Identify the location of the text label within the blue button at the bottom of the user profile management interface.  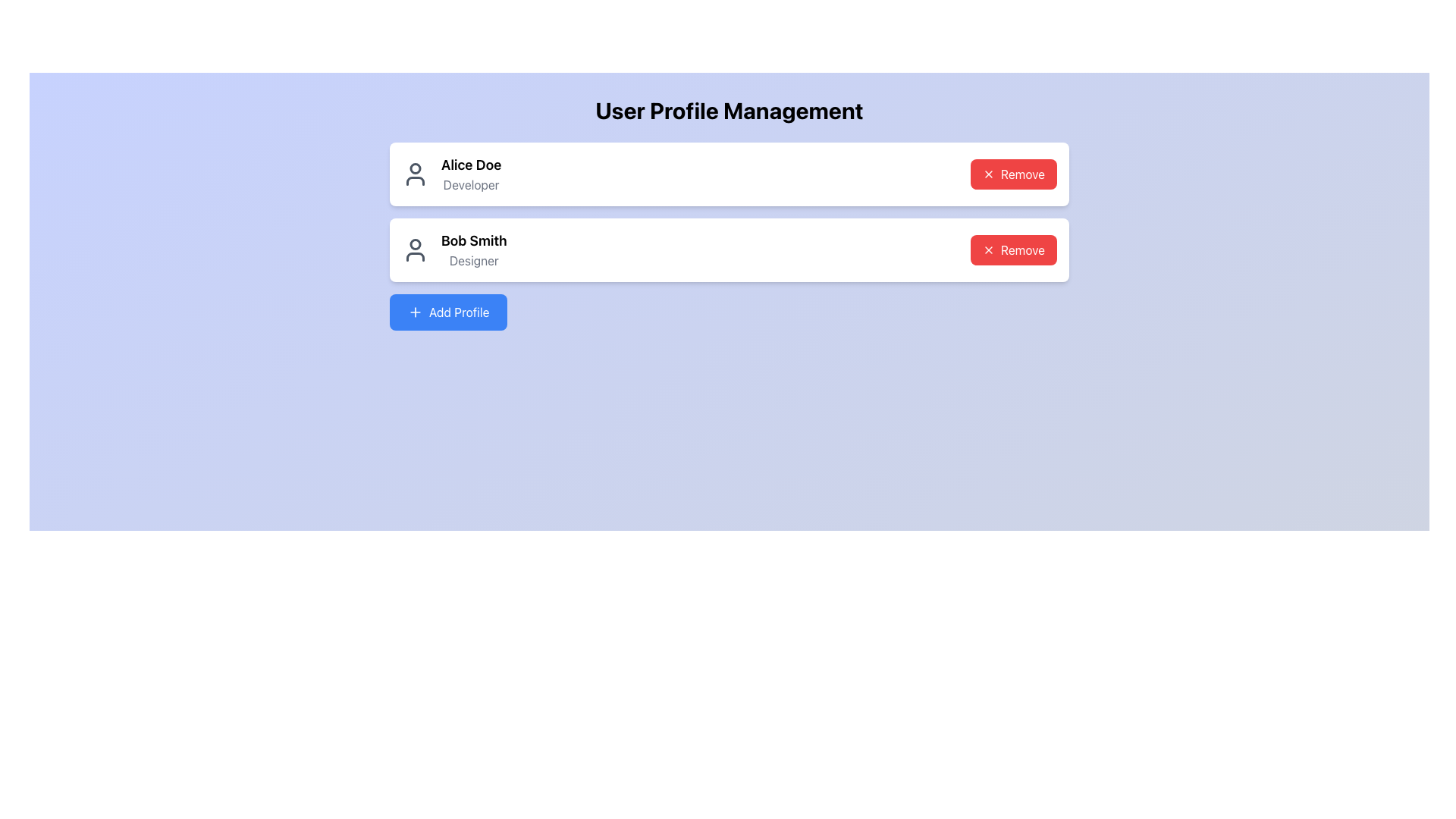
(458, 312).